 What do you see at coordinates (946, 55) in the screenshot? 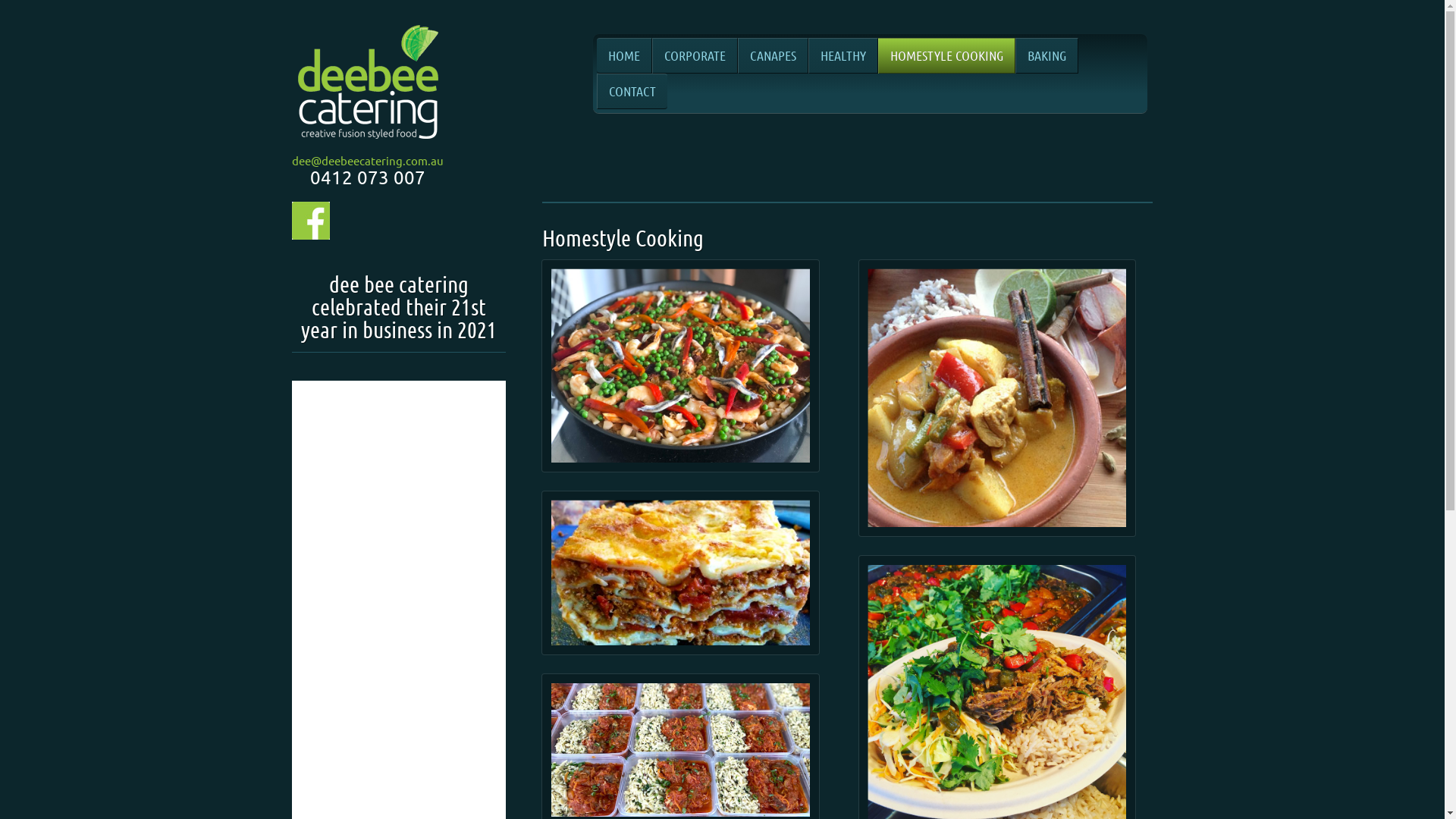
I see `'HOMESTYLE COOKING'` at bounding box center [946, 55].